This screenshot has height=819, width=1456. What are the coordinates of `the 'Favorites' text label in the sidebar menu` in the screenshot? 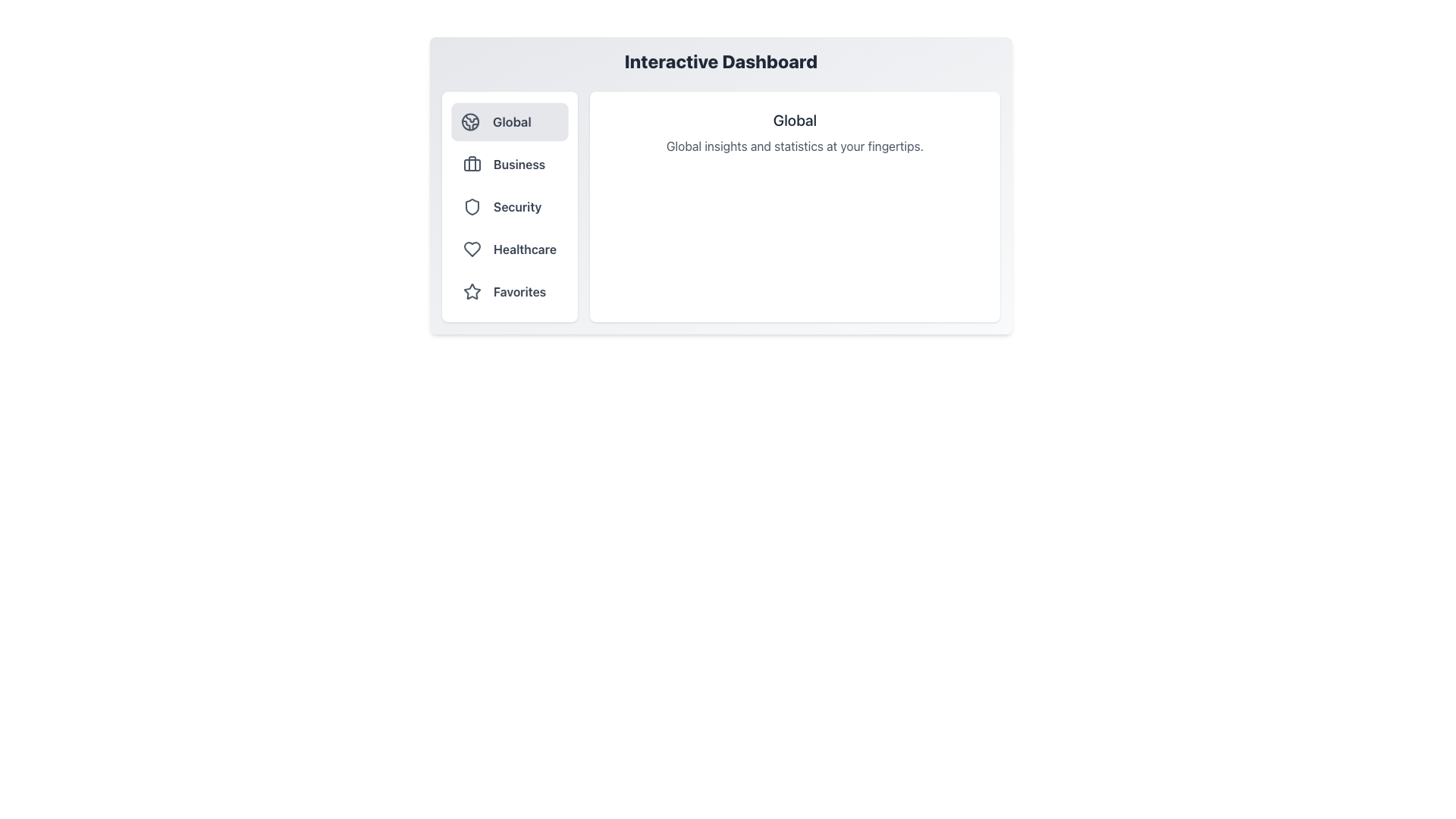 It's located at (519, 292).